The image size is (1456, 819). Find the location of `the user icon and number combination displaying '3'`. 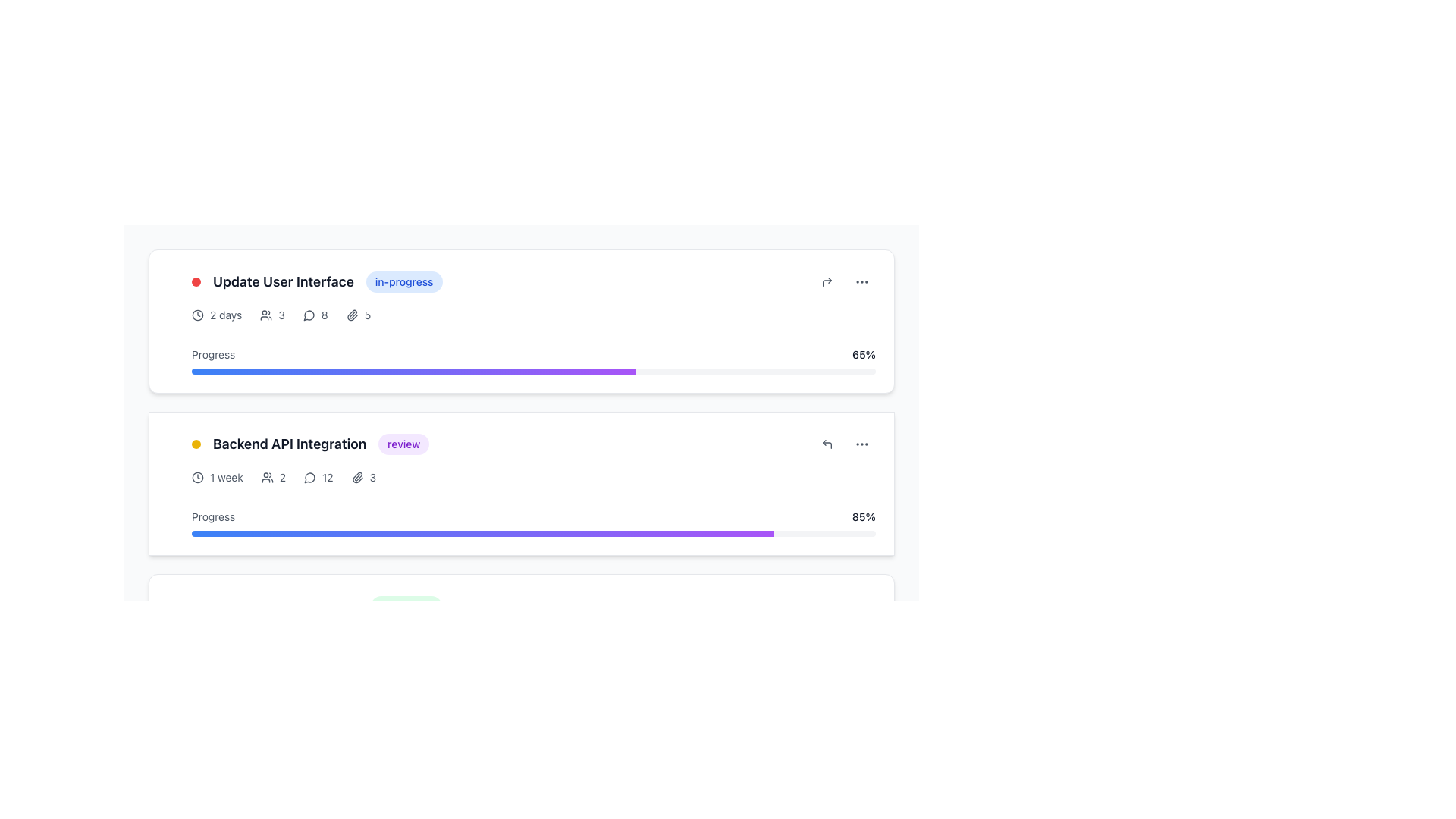

the user icon and number combination displaying '3' is located at coordinates (272, 315).